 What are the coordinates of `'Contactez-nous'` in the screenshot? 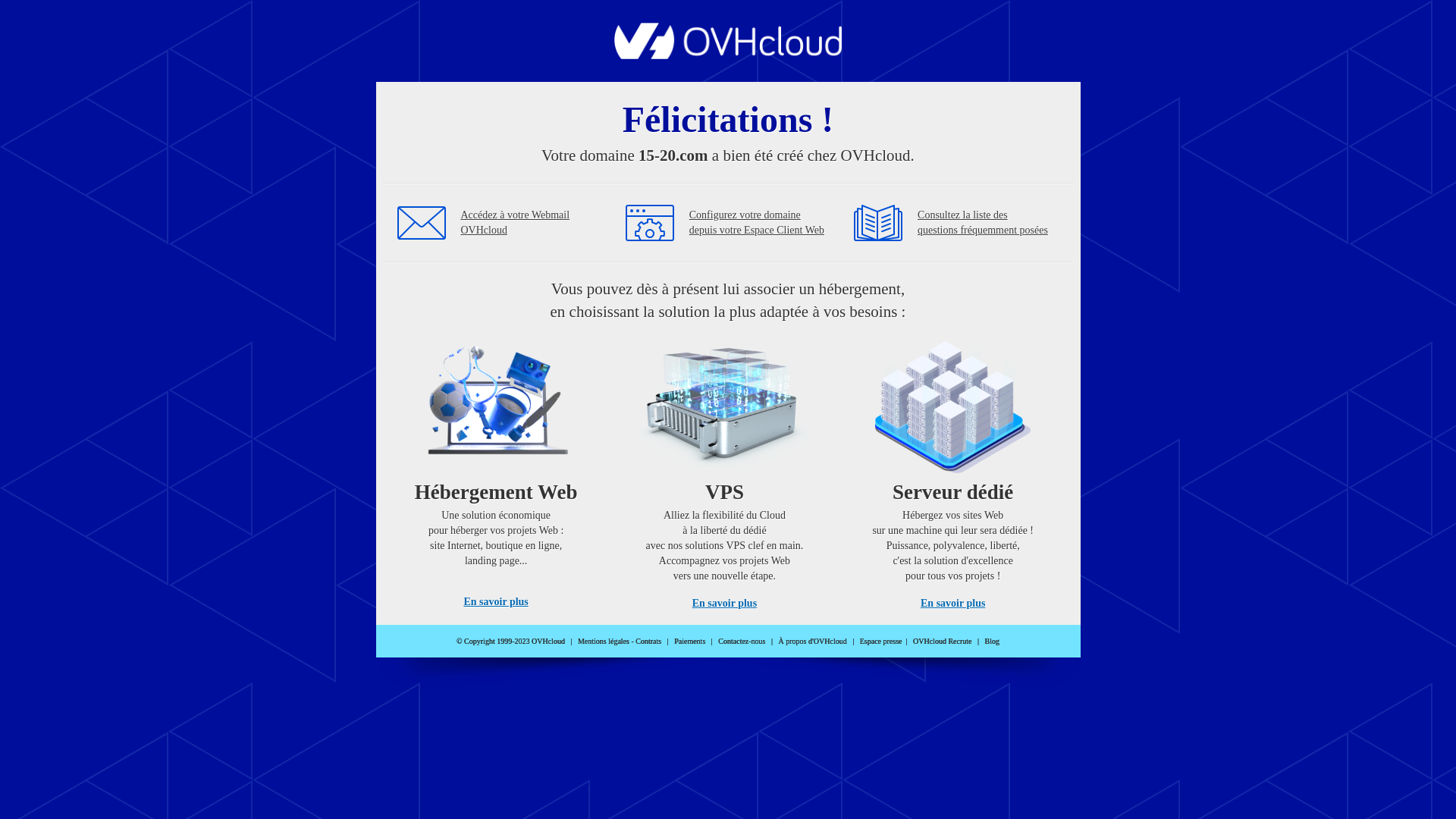 It's located at (717, 641).